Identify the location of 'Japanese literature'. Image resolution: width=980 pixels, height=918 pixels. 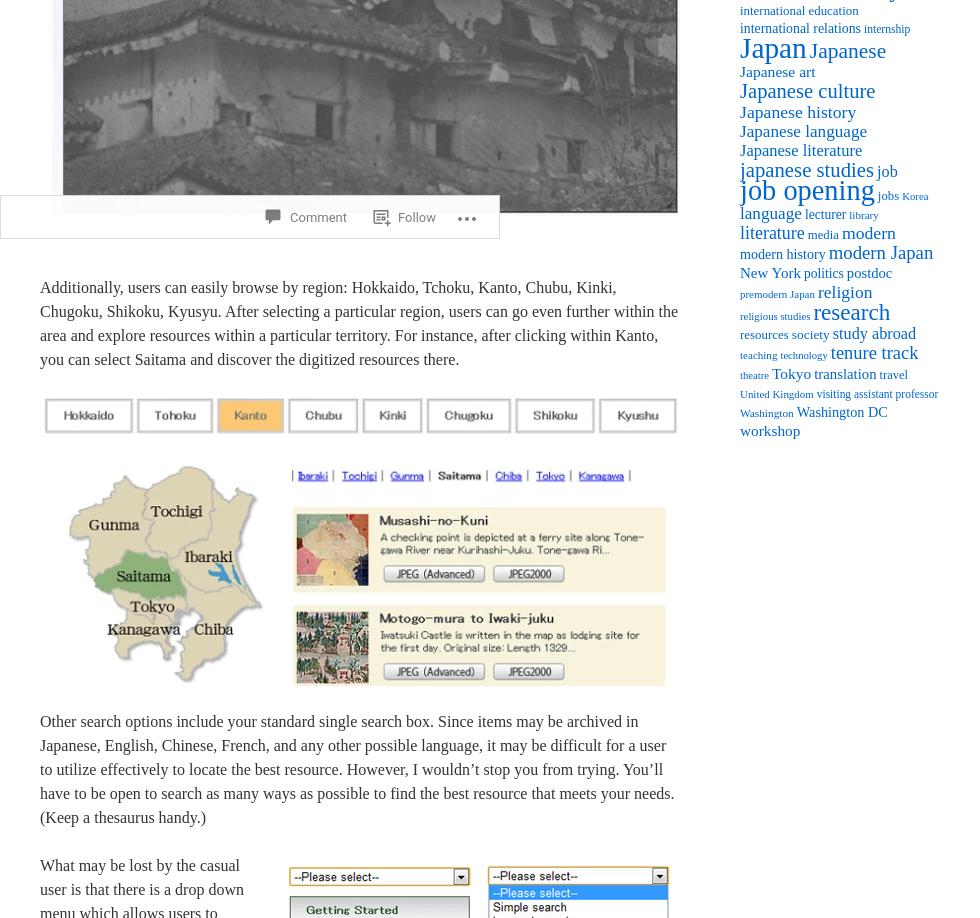
(800, 149).